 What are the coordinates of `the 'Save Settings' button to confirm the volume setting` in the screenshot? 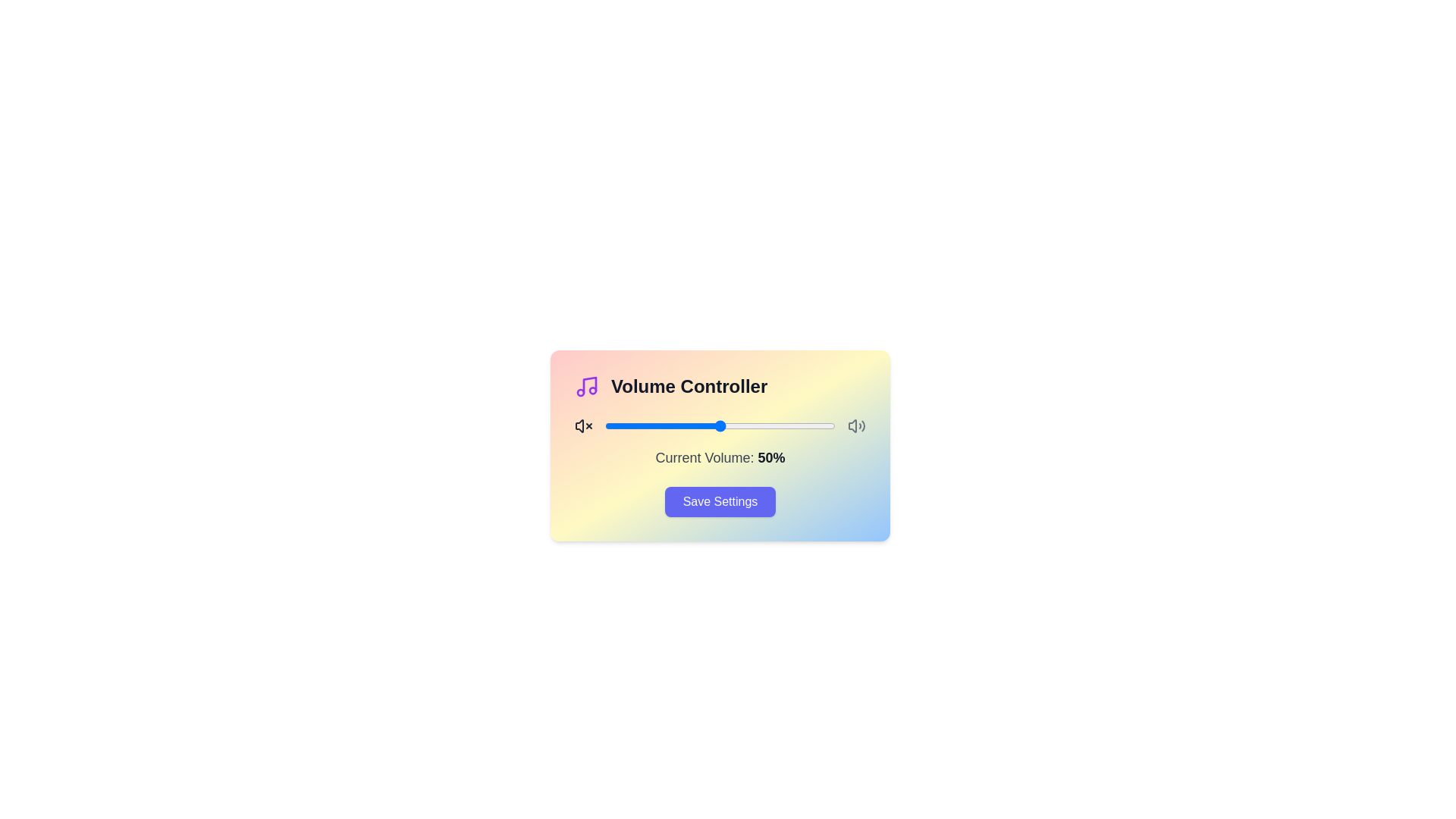 It's located at (720, 502).